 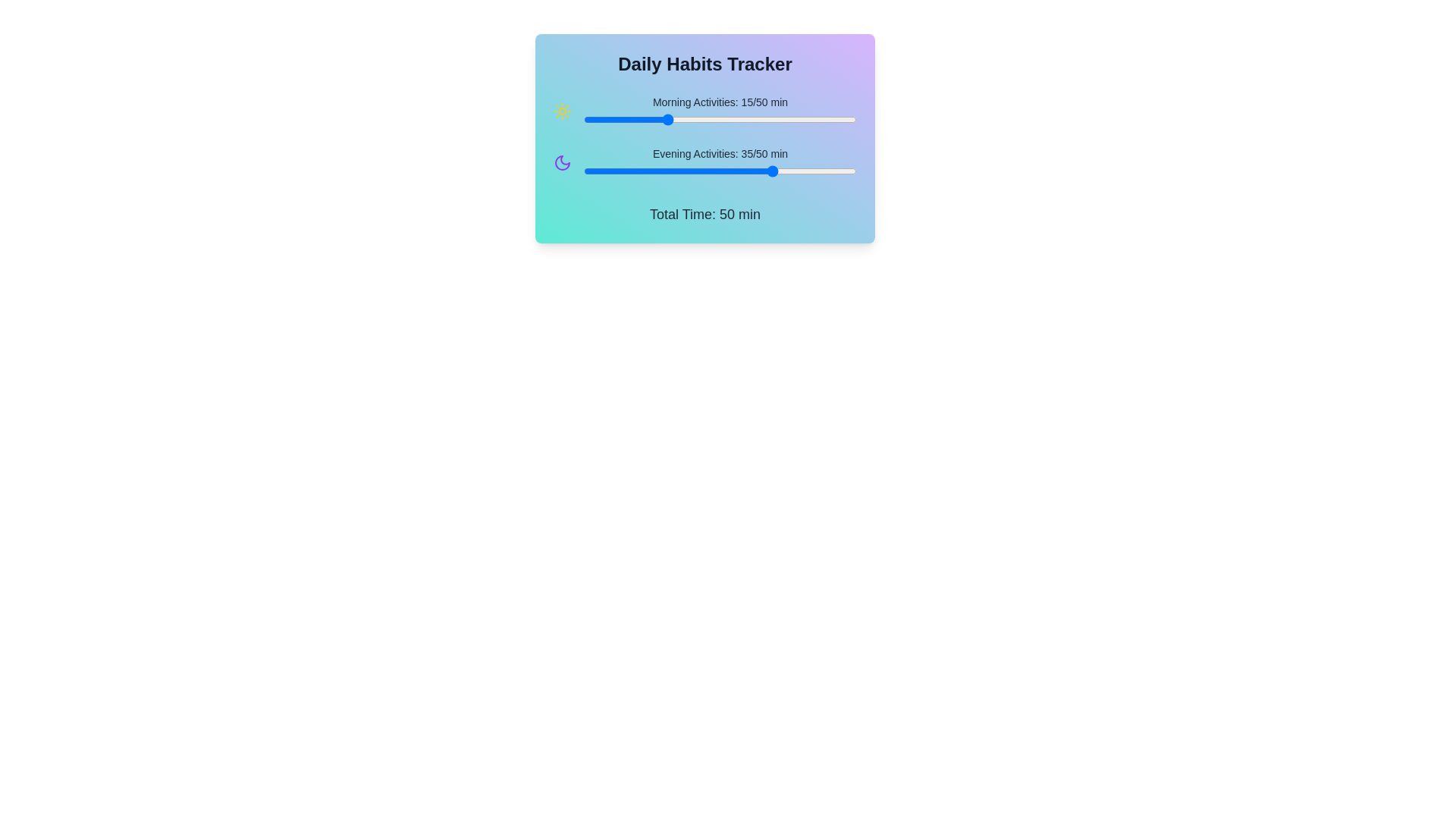 What do you see at coordinates (704, 110) in the screenshot?
I see `the activity progress slider of the 'Morning Activities: 15/50 min' progress tracking component to adjust the value` at bounding box center [704, 110].